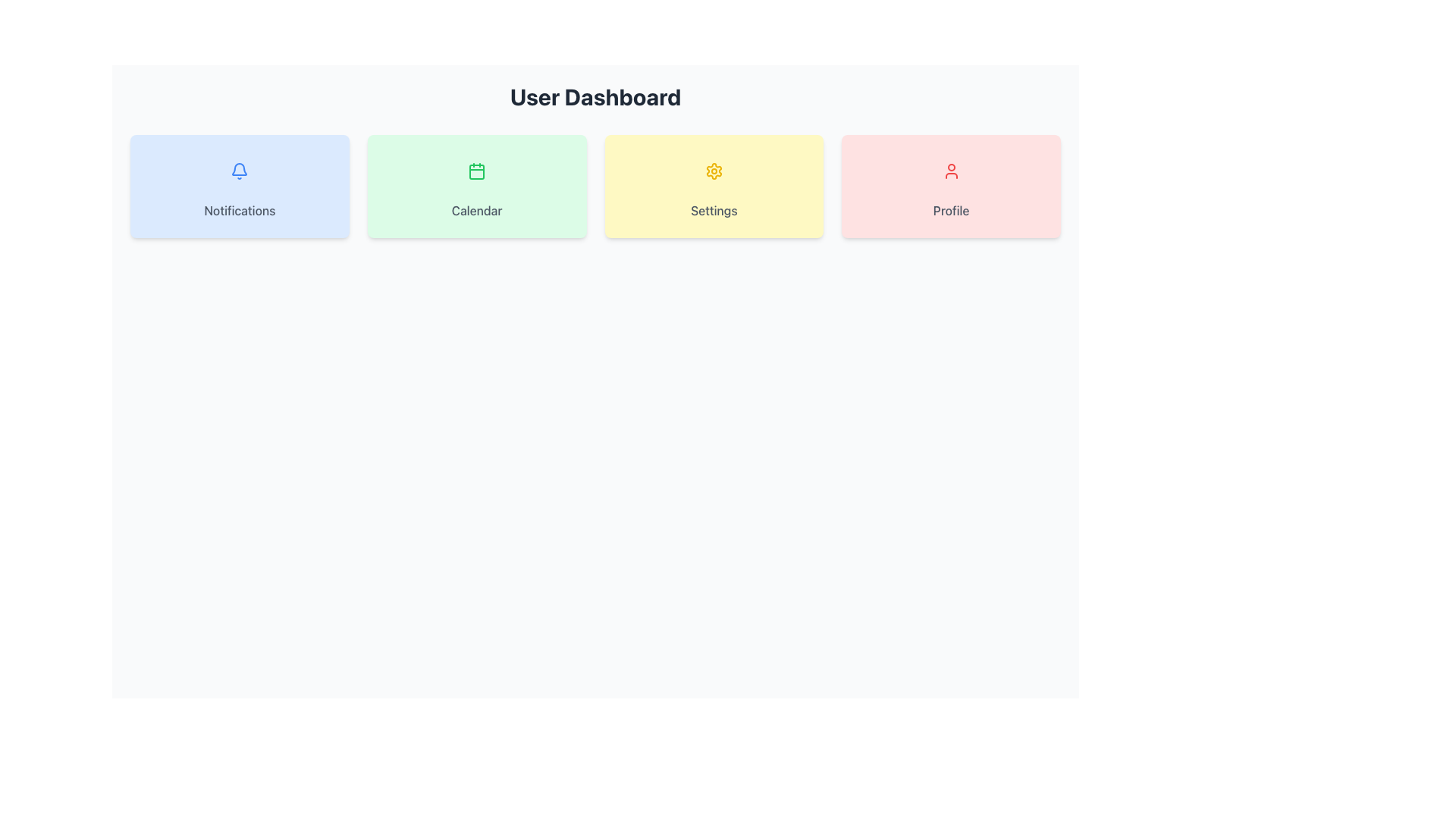  Describe the element at coordinates (476, 210) in the screenshot. I see `the text label 'Calendar' styled in medium gray, located inside the green box, which is the second item in a horizontally aligned list on the dashboard` at that location.